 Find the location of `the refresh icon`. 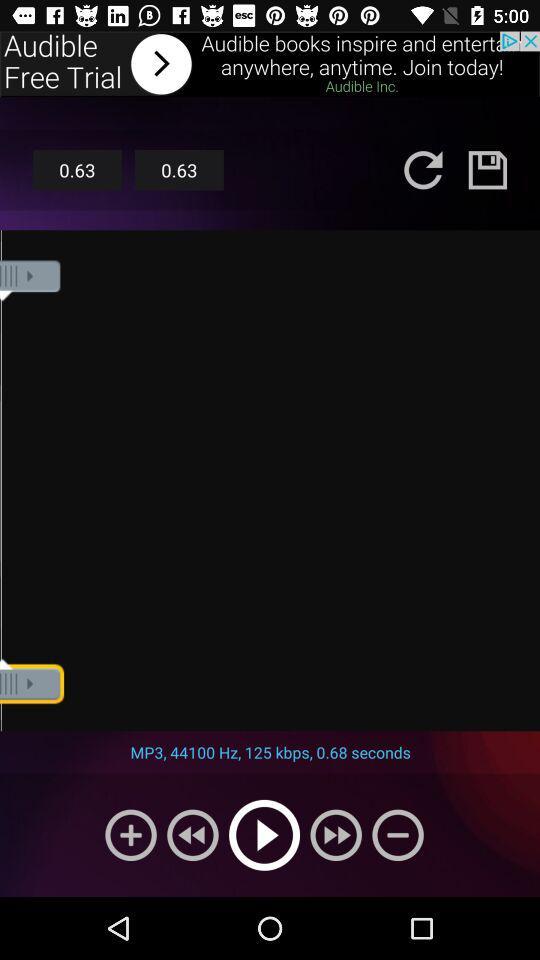

the refresh icon is located at coordinates (422, 169).